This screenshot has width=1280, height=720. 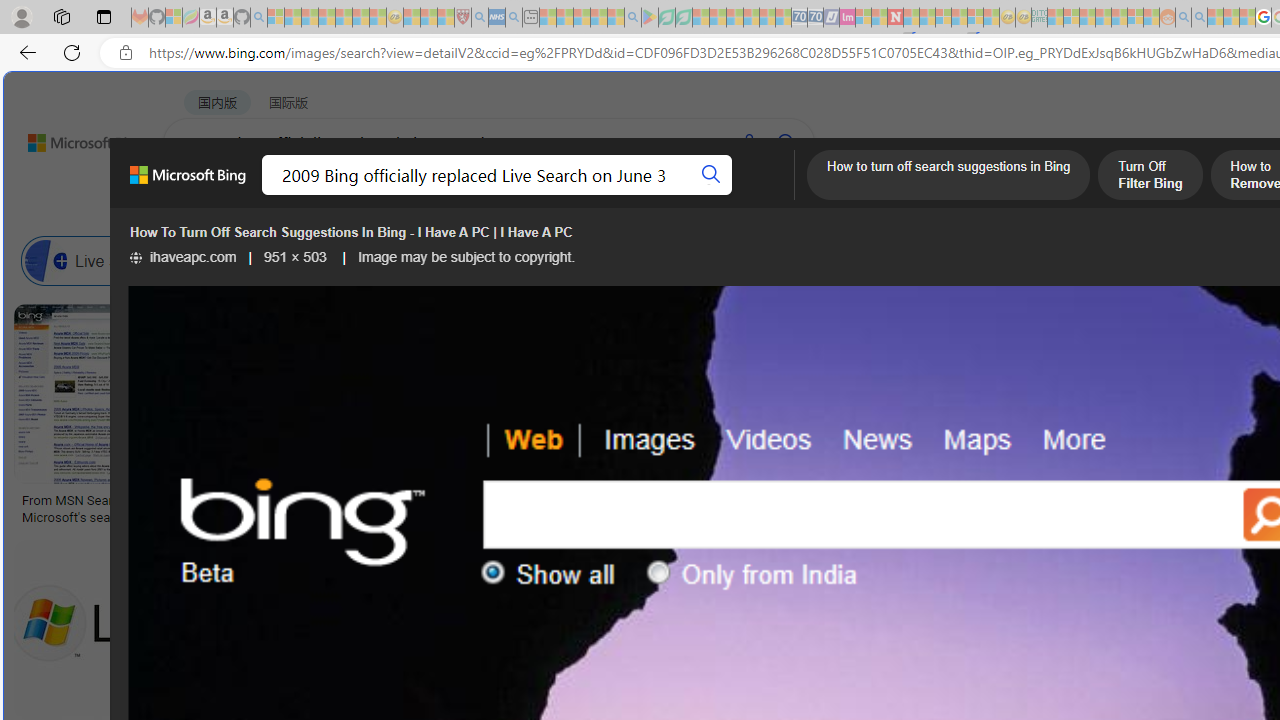 What do you see at coordinates (650, 17) in the screenshot?
I see `'Bluey: Let'` at bounding box center [650, 17].